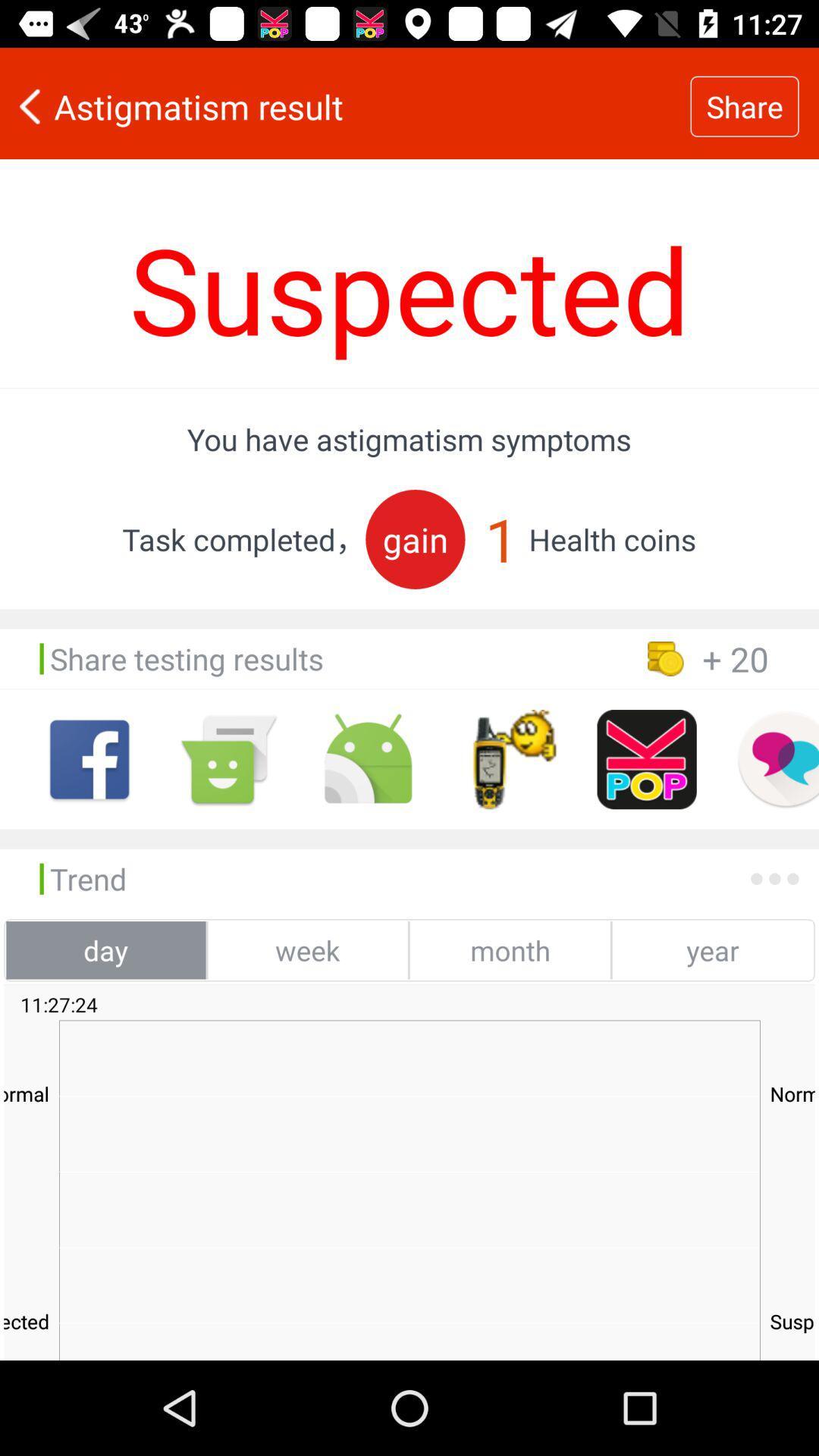 This screenshot has height=1456, width=819. What do you see at coordinates (228, 759) in the screenshot?
I see `the chat icon` at bounding box center [228, 759].